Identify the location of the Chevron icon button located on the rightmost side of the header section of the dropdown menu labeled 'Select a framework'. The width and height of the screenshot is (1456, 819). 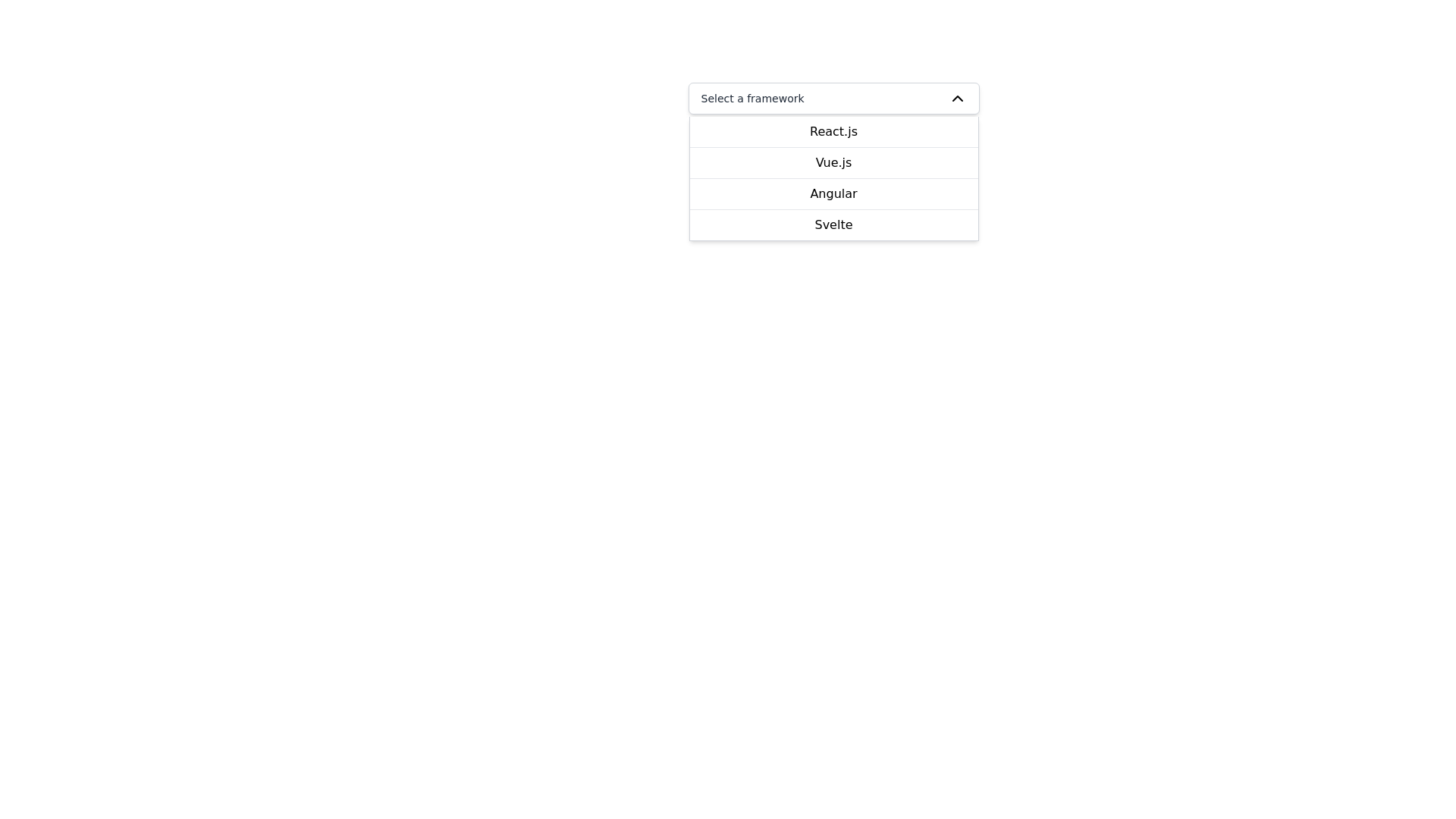
(956, 99).